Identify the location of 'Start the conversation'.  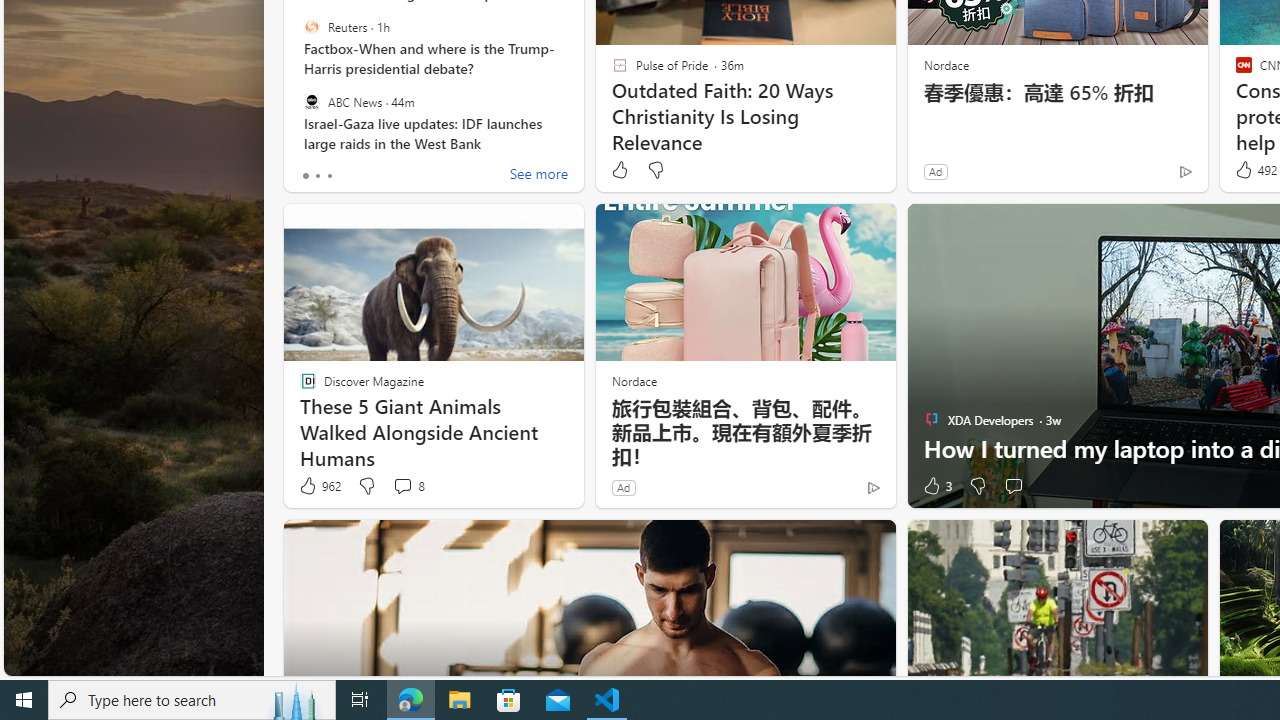
(1013, 486).